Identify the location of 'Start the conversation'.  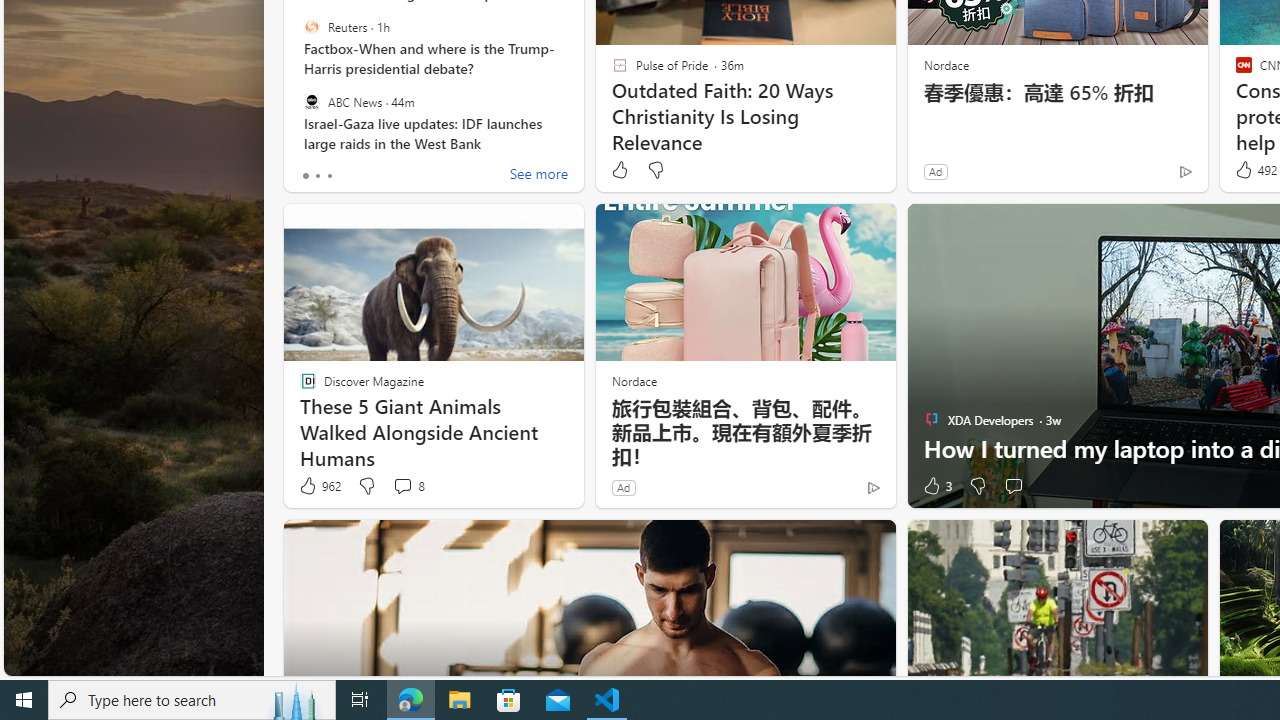
(1013, 486).